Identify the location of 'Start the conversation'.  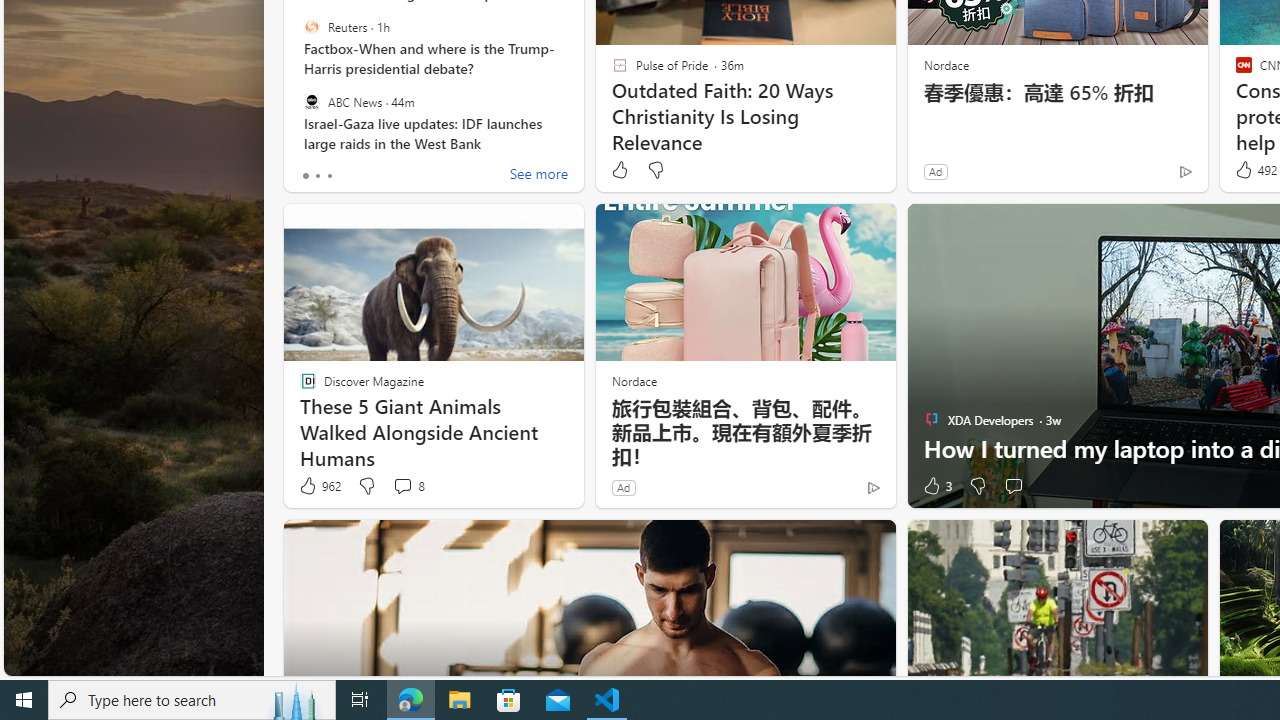
(1013, 486).